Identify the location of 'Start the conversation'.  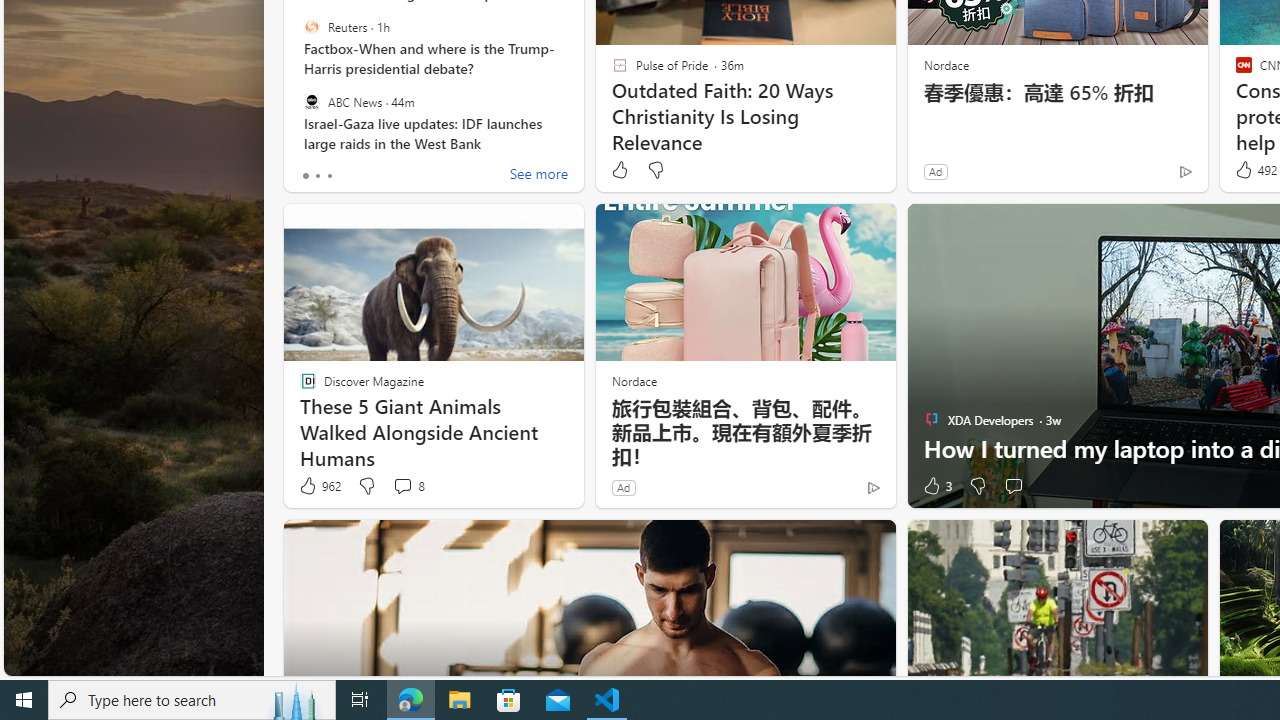
(1013, 486).